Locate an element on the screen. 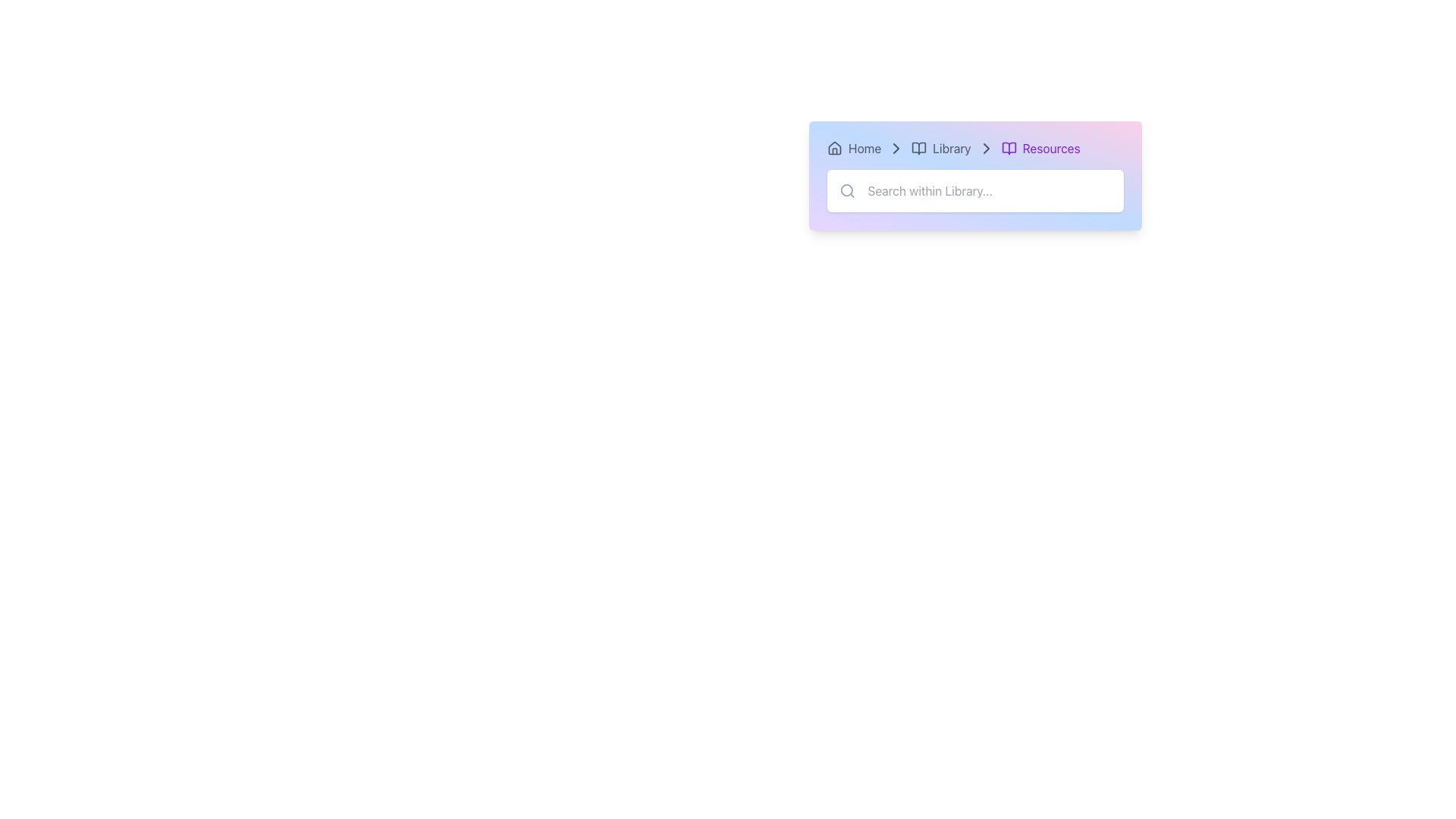 This screenshot has width=1456, height=819. the search icon located on the left side of the search bar, which visually indicates the search functionality adjacent to the placeholder text 'Search within Library...' is located at coordinates (846, 190).